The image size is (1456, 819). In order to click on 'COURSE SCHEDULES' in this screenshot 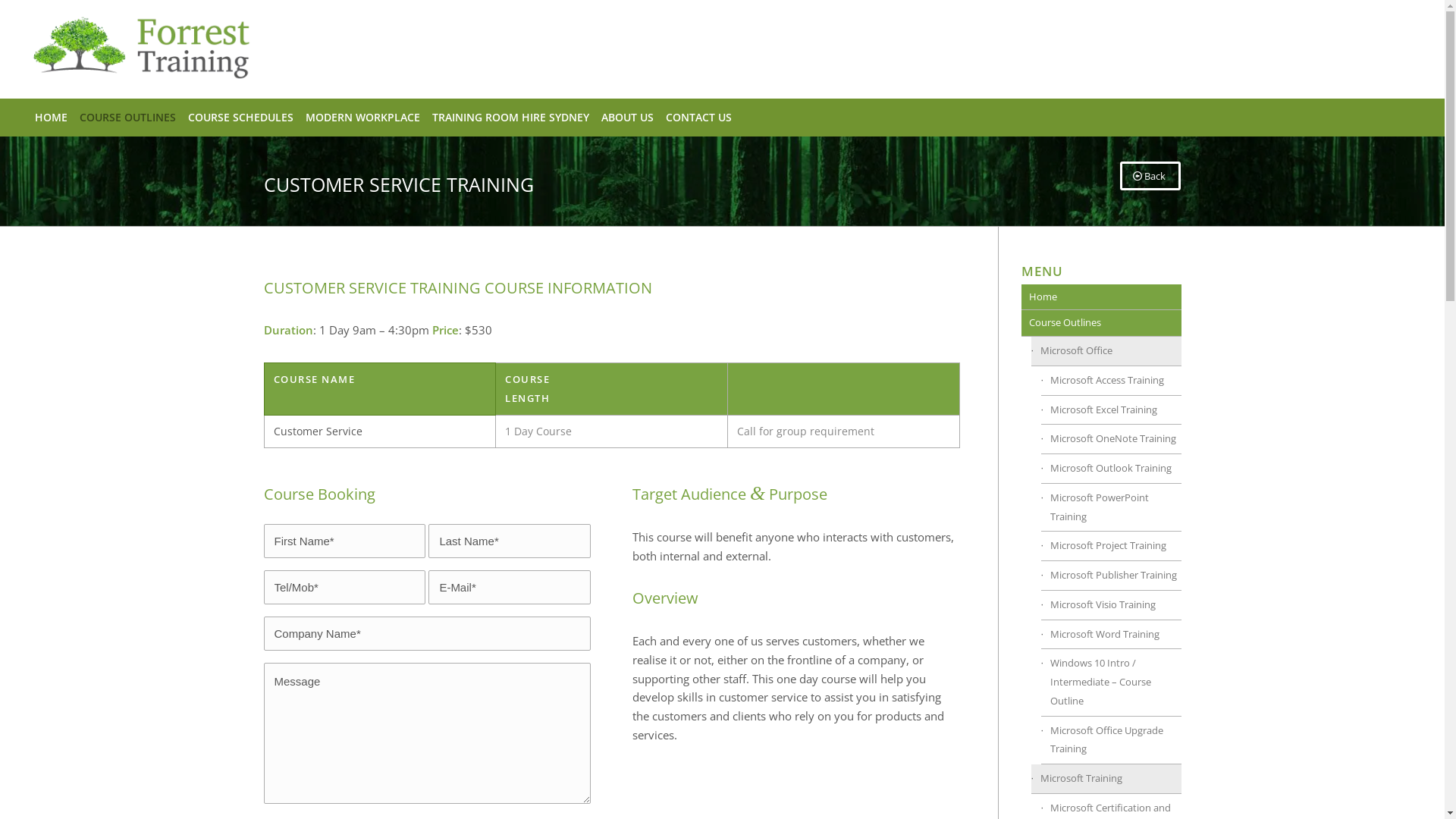, I will do `click(240, 116)`.